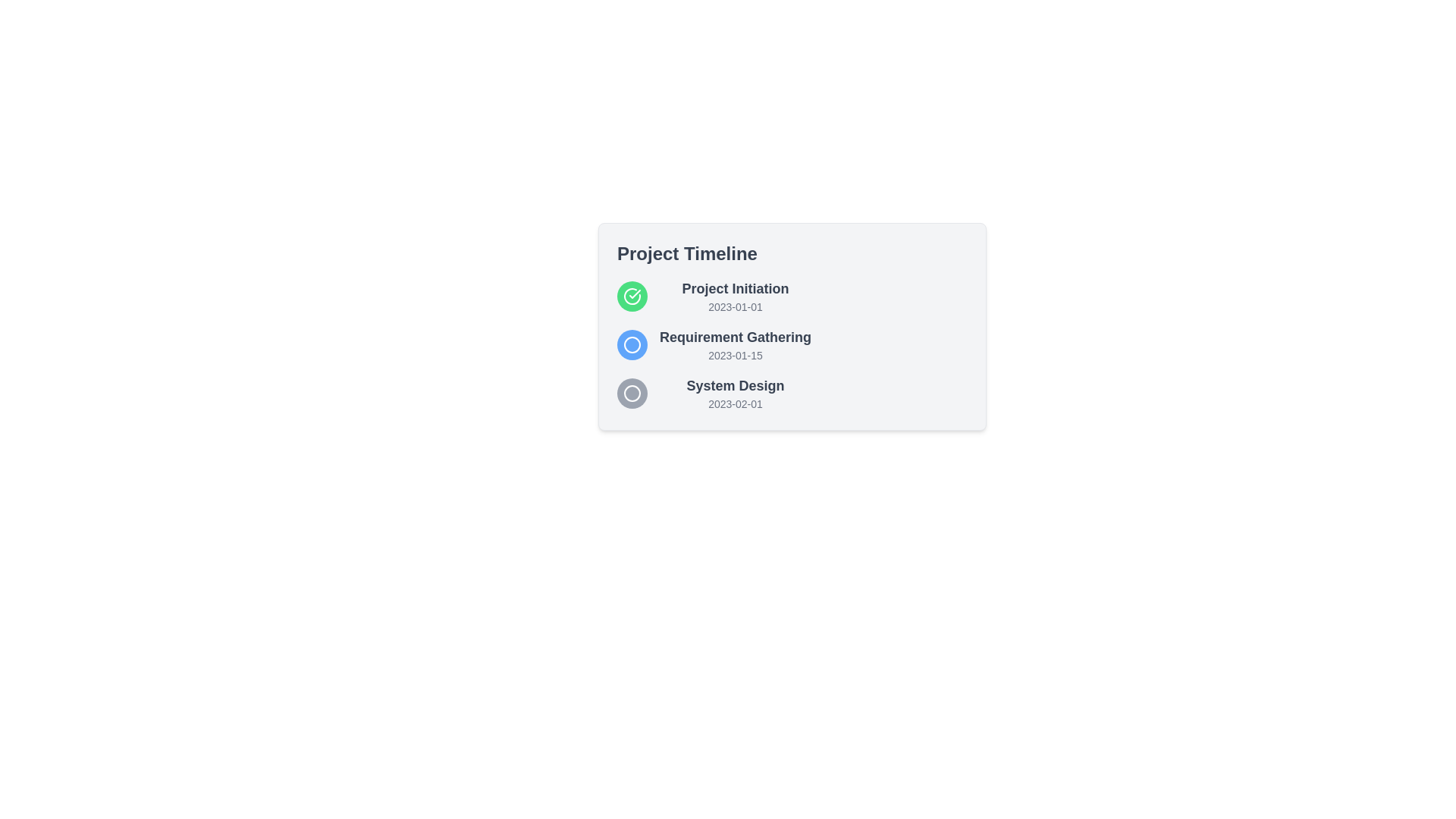 This screenshot has width=1456, height=819. Describe the element at coordinates (632, 393) in the screenshot. I see `the circular graphic that symbolizes the final phase of the project timeline labeled 'System Design'` at that location.